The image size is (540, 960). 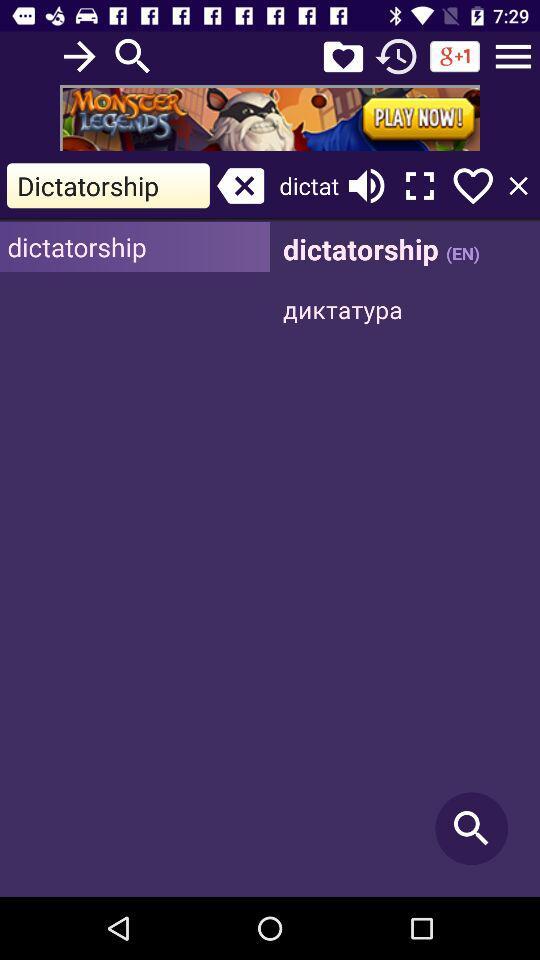 I want to click on refresh page, so click(x=396, y=55).